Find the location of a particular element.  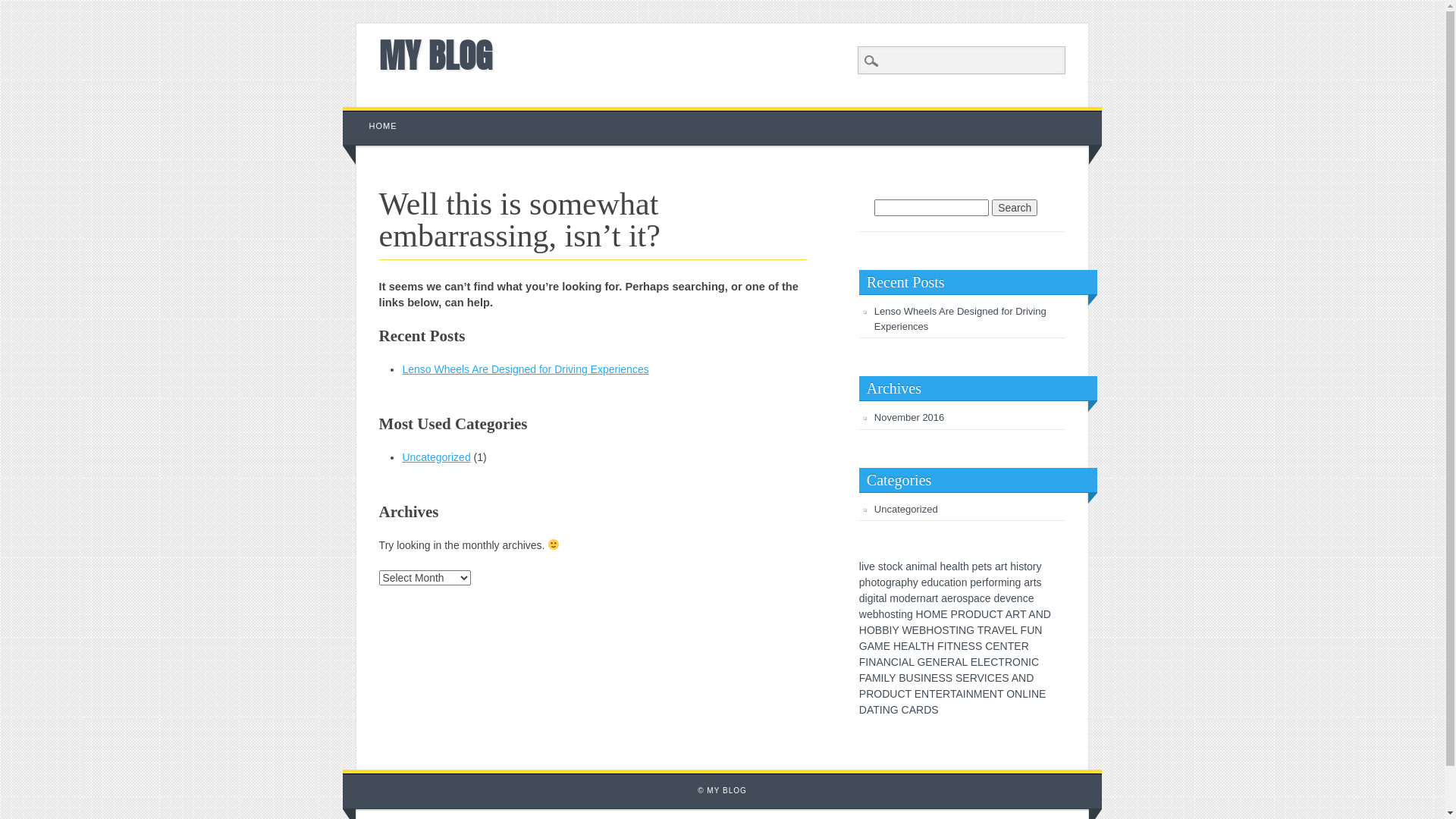

'a' is located at coordinates (950, 566).